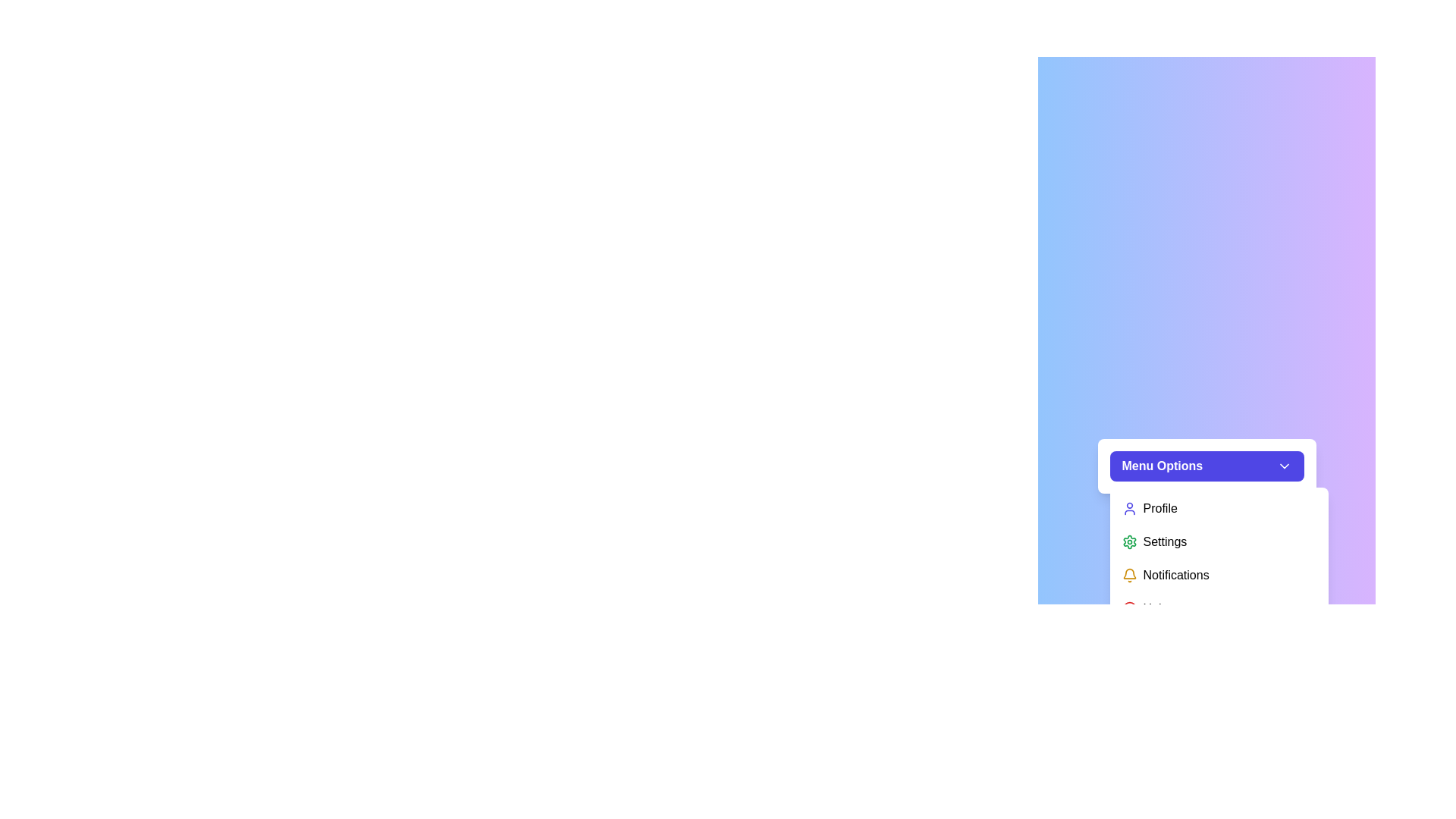 This screenshot has width=1456, height=819. What do you see at coordinates (1283, 465) in the screenshot?
I see `the downward chevron icon, styled with a transparent fill and a white stroke, located on the right side of the 'Menu Options' button` at bounding box center [1283, 465].